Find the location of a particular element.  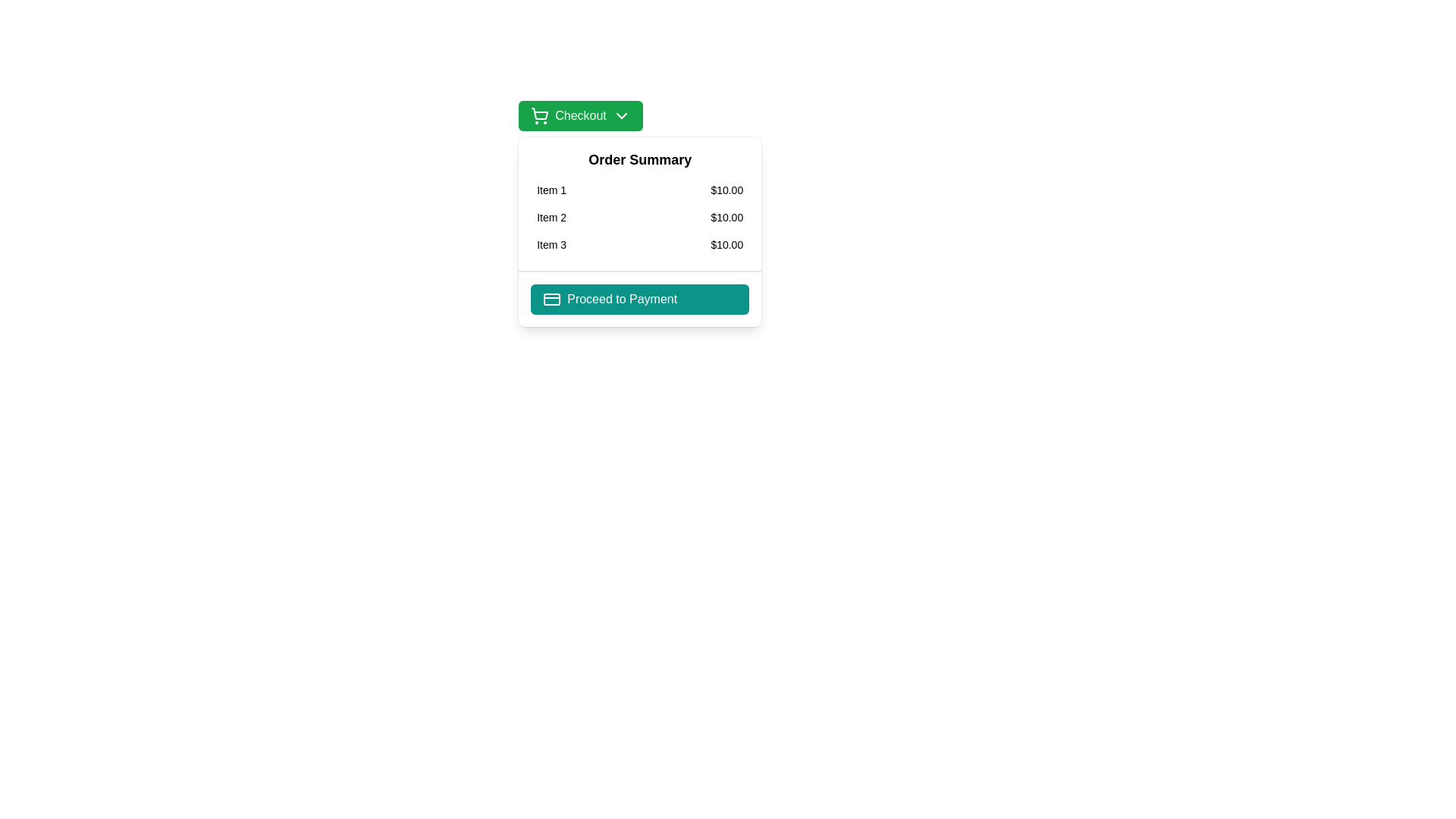

the rectangular green button labeled 'Checkout' with a shopping cart icon on the left and a down-facing chevron on the right is located at coordinates (580, 115).